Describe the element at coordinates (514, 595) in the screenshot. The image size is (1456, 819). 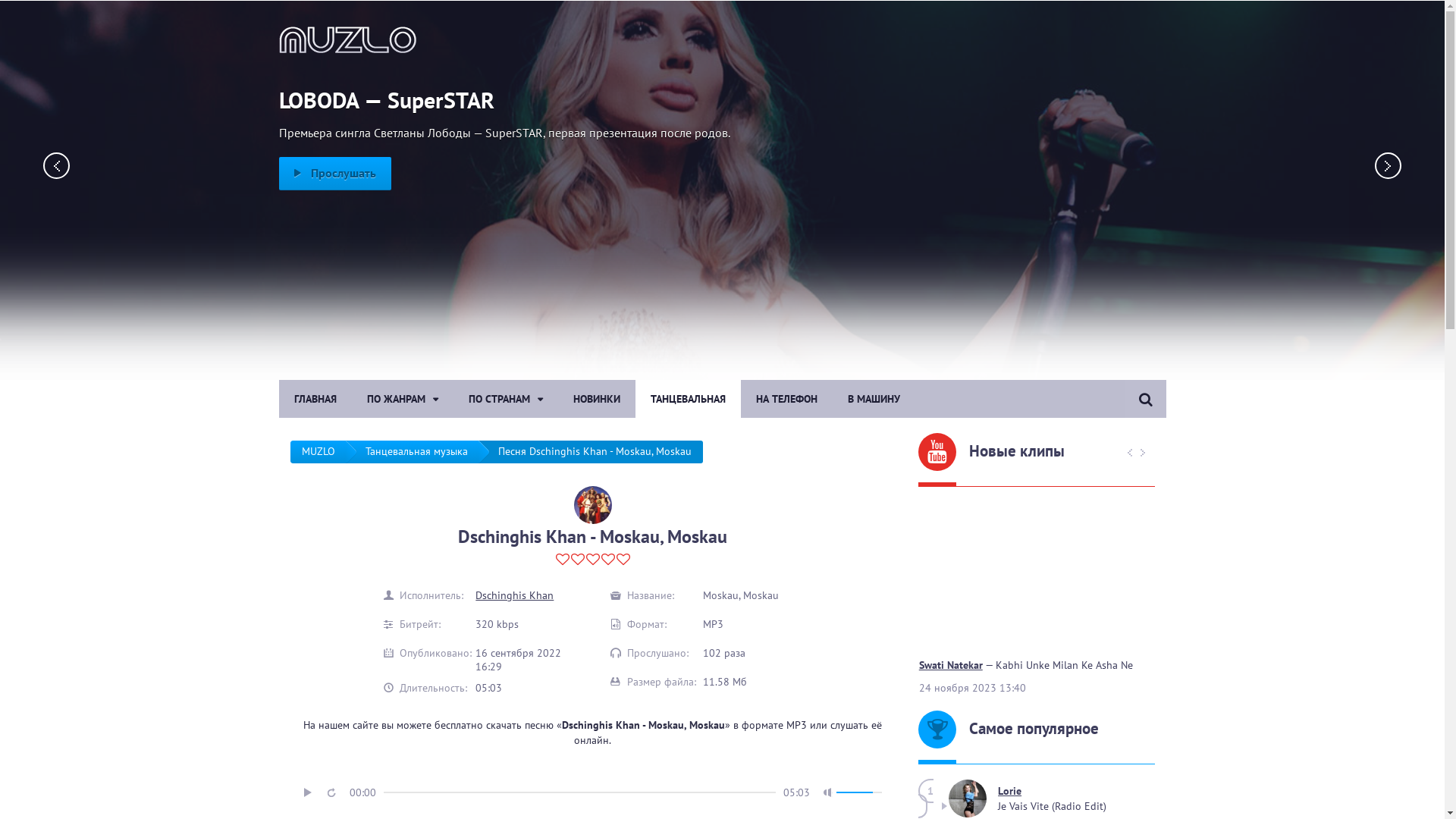
I see `'Dschinghis Khan'` at that location.